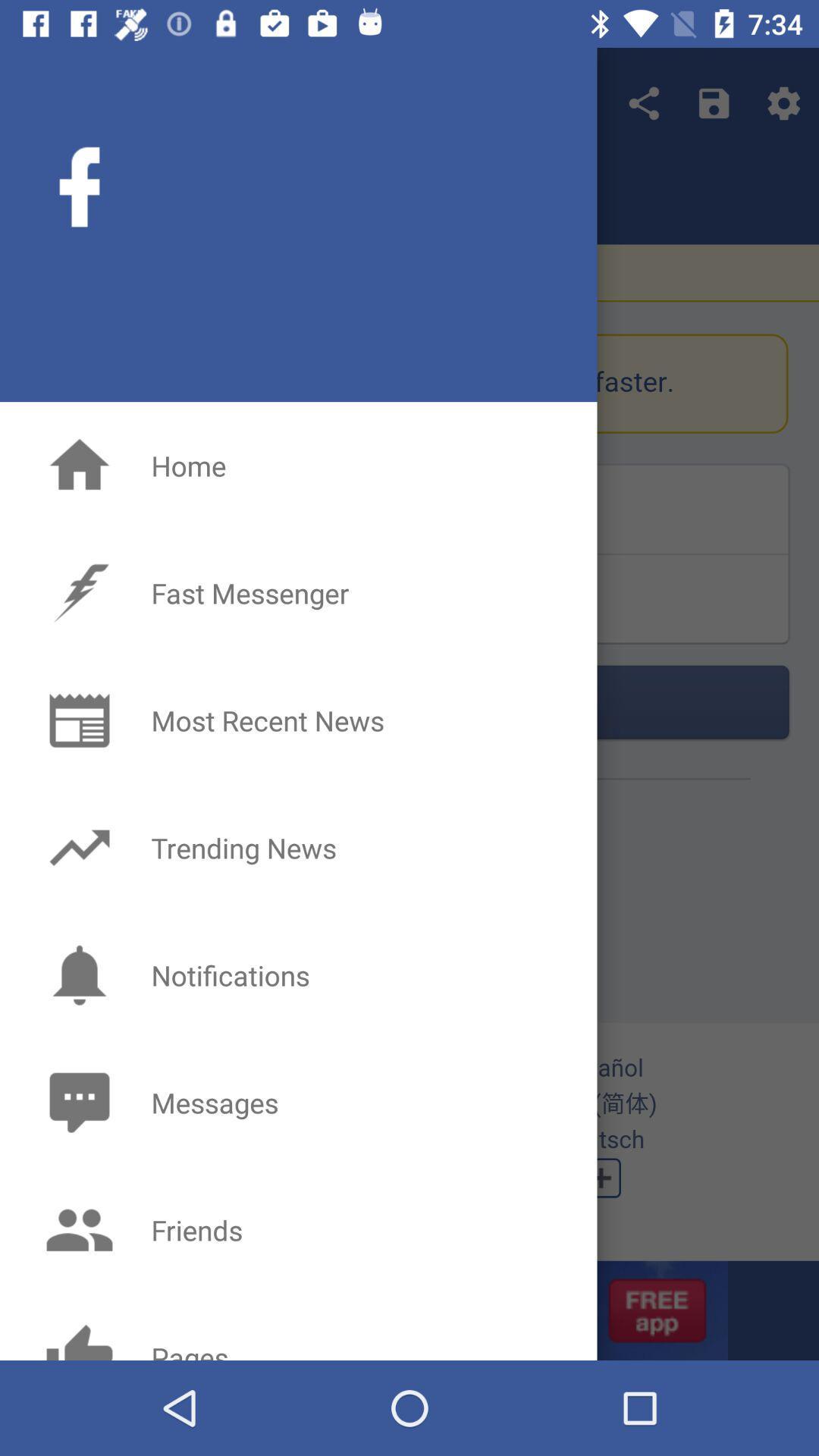  What do you see at coordinates (79, 847) in the screenshot?
I see `the symbol which is to the immediate left of trending news` at bounding box center [79, 847].